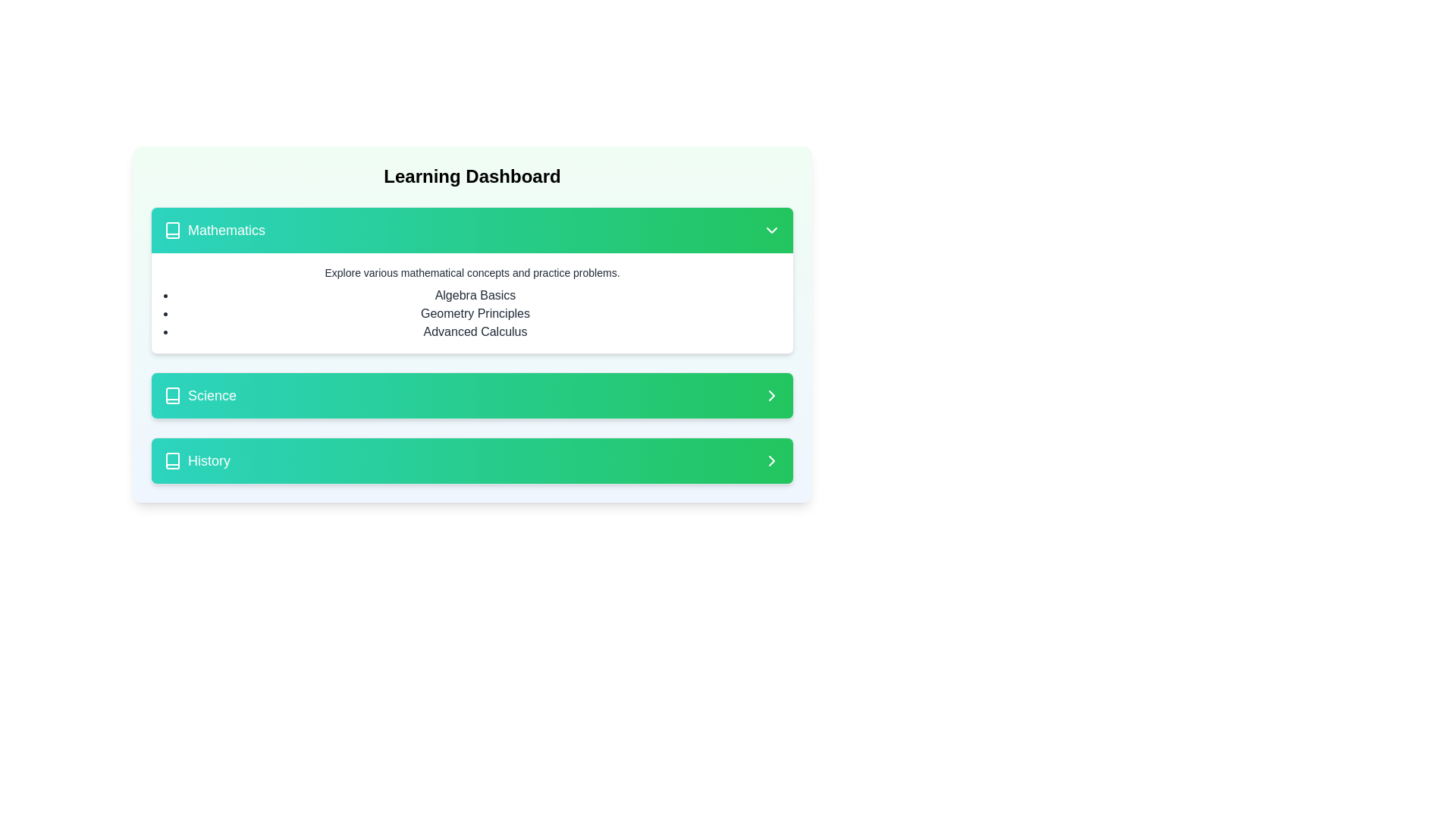 This screenshot has width=1456, height=819. Describe the element at coordinates (475, 331) in the screenshot. I see `the Text label for advanced calculus topics, which is the third item in the bullet-point list under the 'Mathematics' section of the Learning Dashboard` at that location.